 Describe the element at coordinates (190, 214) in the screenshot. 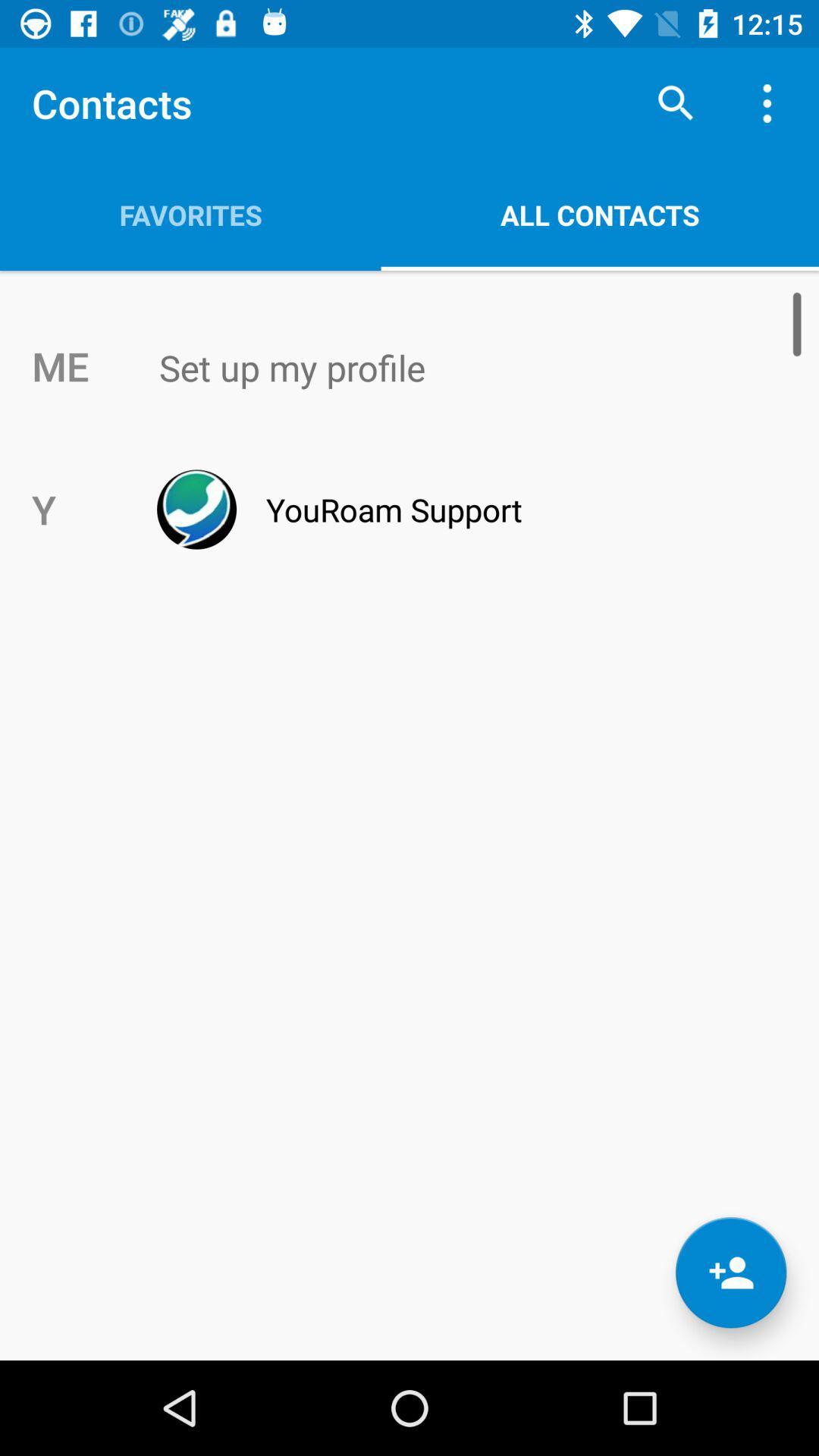

I see `item to the left of all contacts app` at that location.